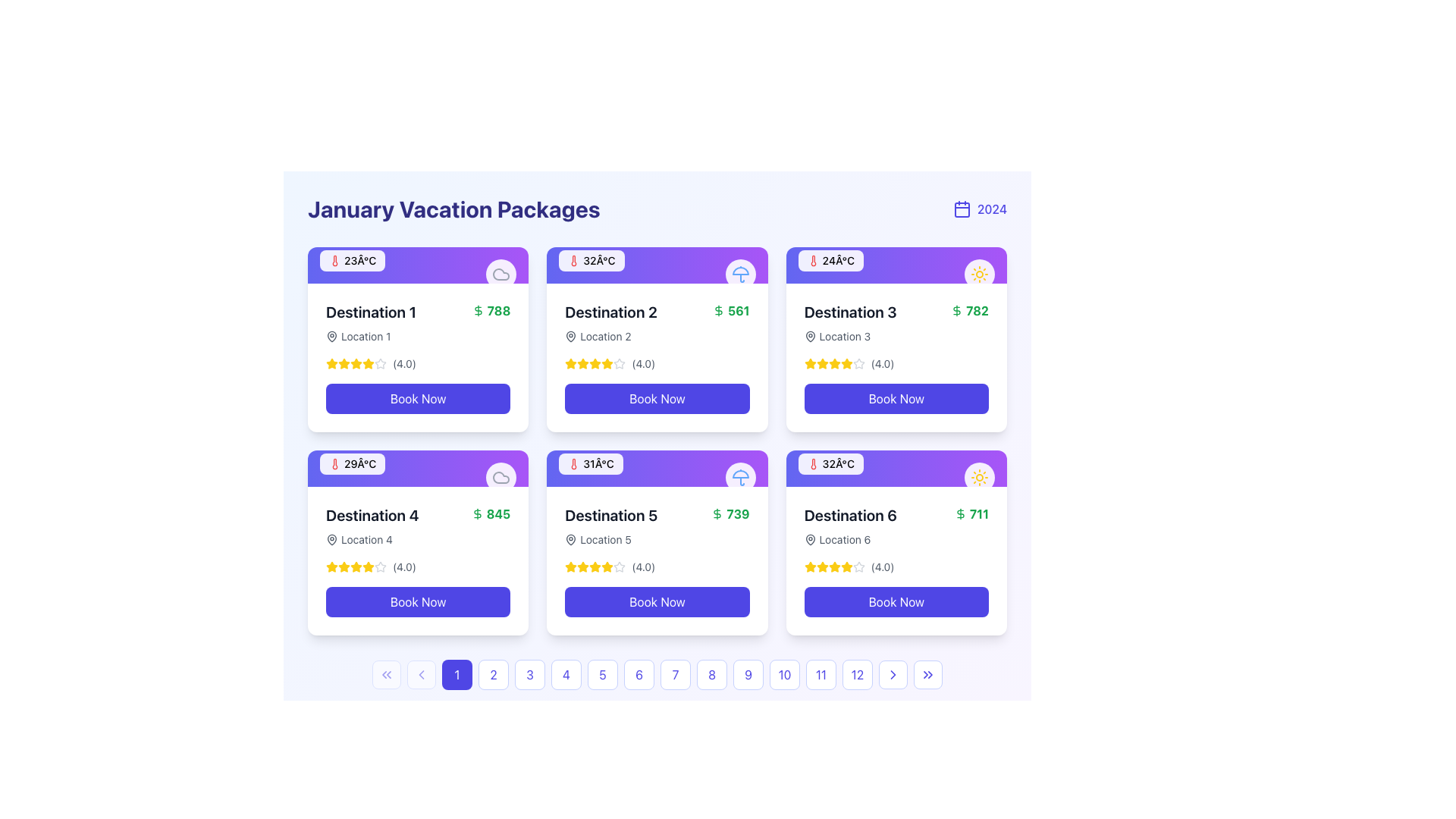 This screenshot has height=819, width=1456. What do you see at coordinates (620, 566) in the screenshot?
I see `the fourth star icon in the rating system for the 'Destination 5' card` at bounding box center [620, 566].